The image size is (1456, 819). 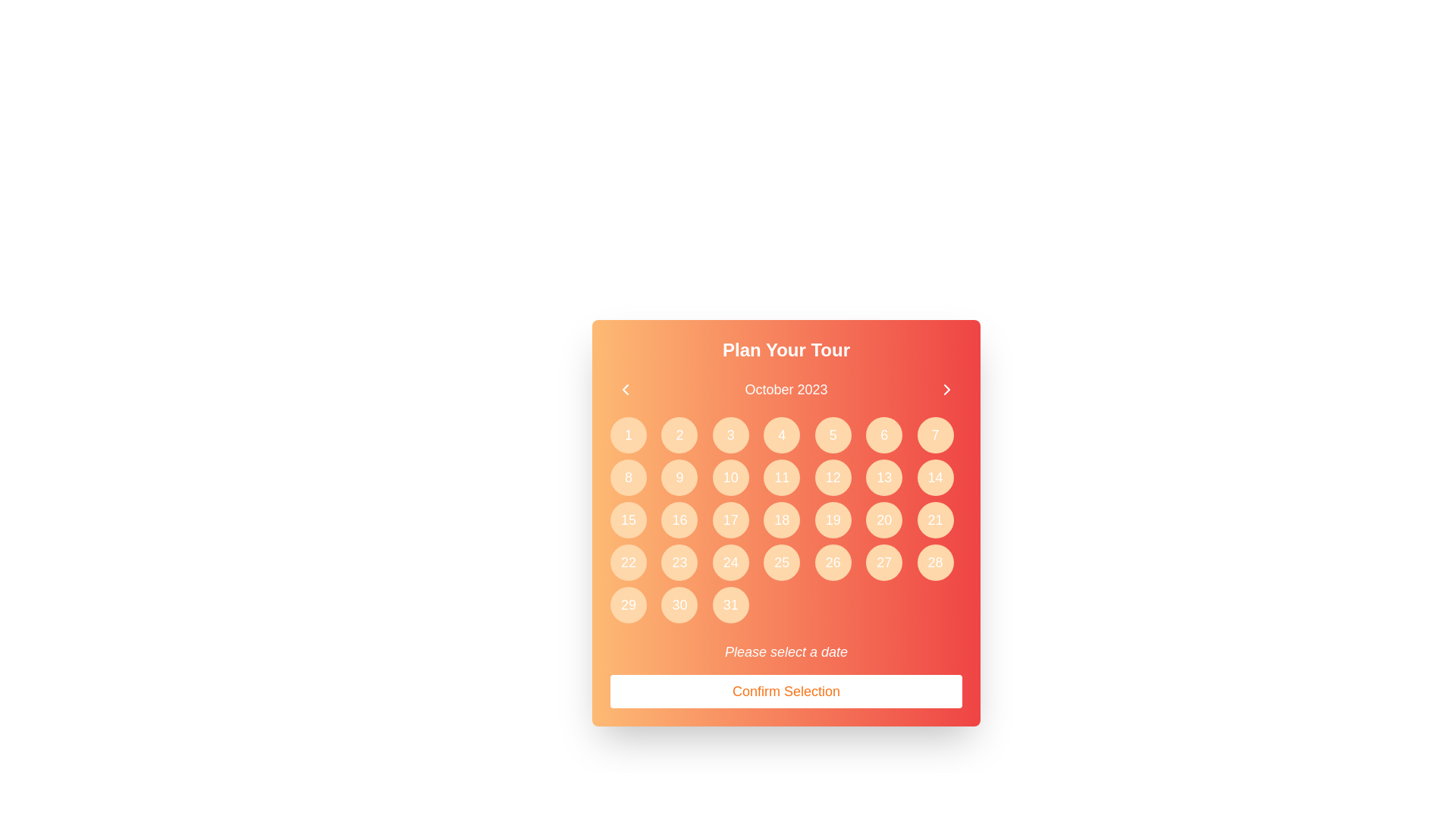 I want to click on the circular interactive button with a light orange background and white text '22', so click(x=629, y=562).